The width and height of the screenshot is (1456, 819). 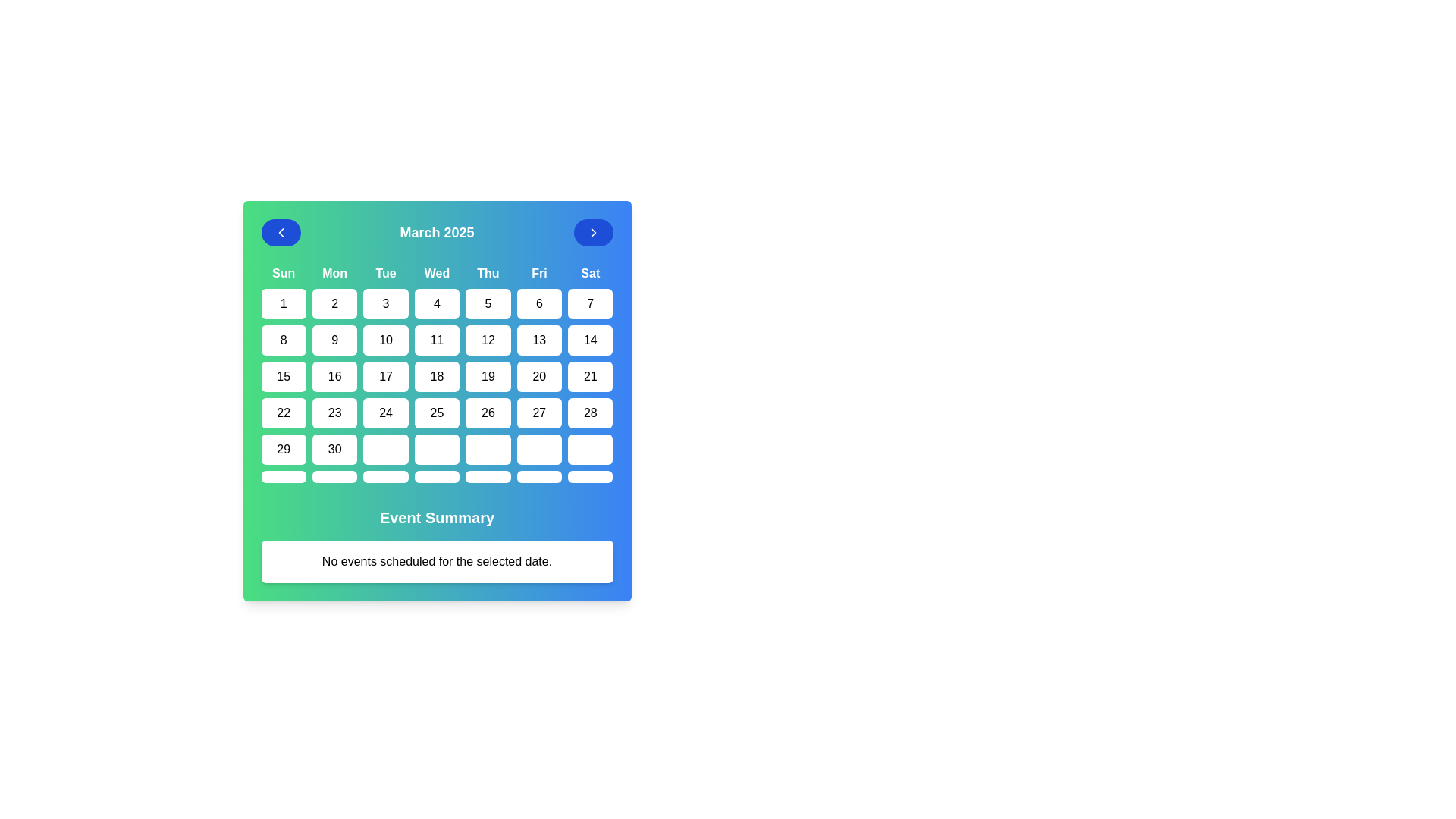 I want to click on the text label displaying 'Tue' in bold font, which is the third element in the row of day labels above the date grid, so click(x=385, y=274).